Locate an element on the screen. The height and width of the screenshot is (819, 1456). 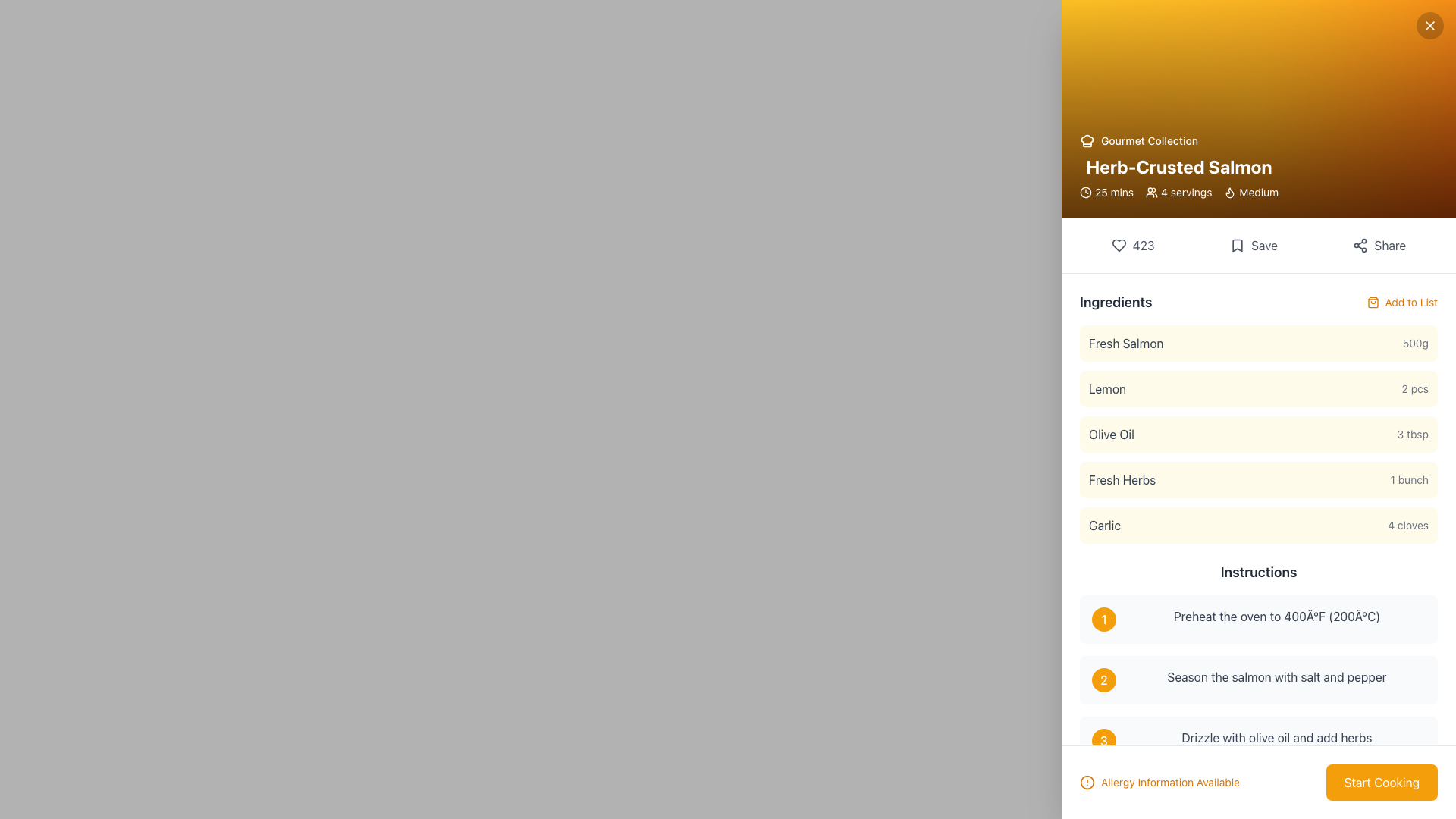
the decorative shopping bag icon located to the left of the 'Add to List' text in the Ingredients section is located at coordinates (1373, 302).